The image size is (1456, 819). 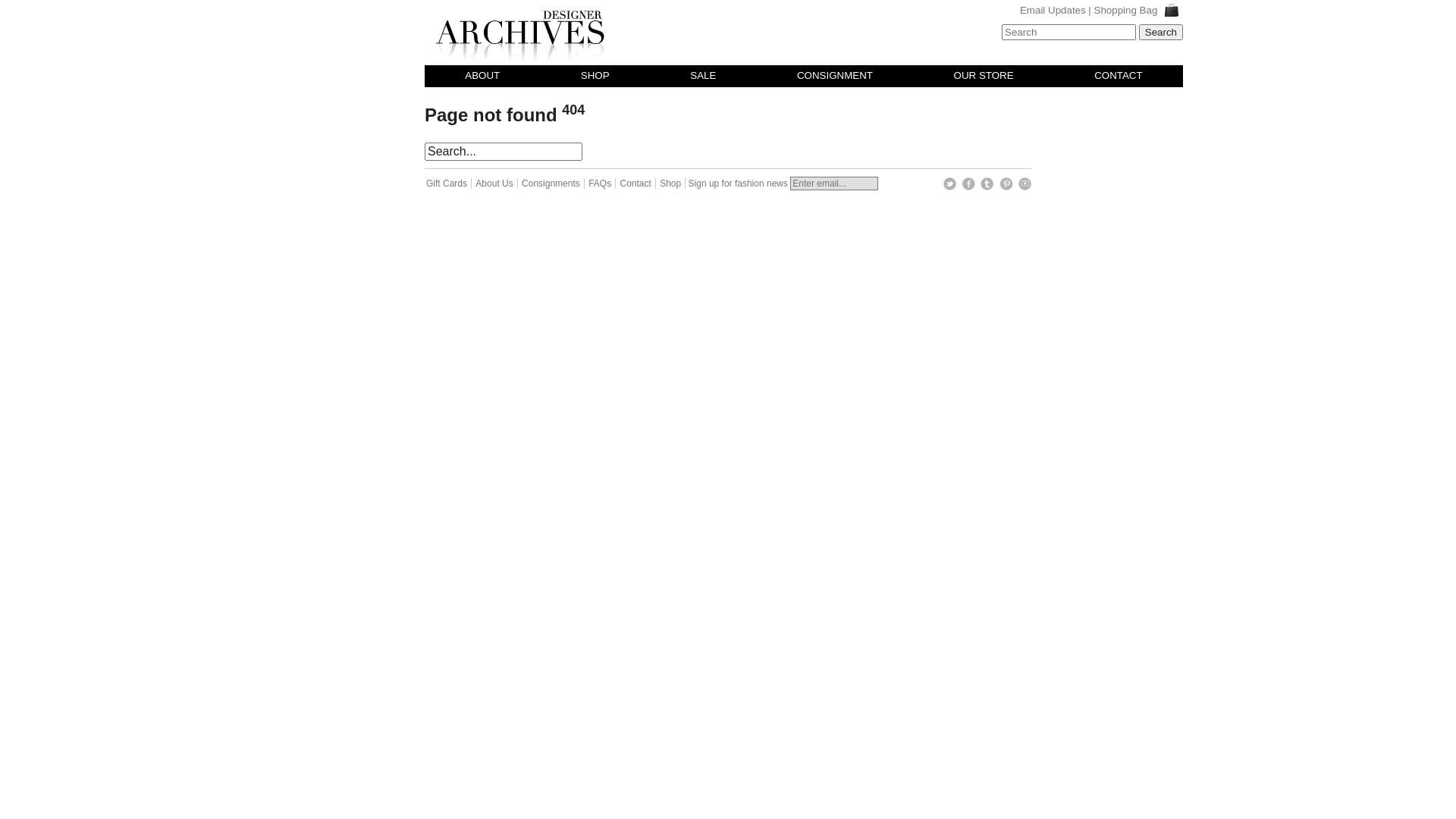 What do you see at coordinates (618, 183) in the screenshot?
I see `'Contact'` at bounding box center [618, 183].